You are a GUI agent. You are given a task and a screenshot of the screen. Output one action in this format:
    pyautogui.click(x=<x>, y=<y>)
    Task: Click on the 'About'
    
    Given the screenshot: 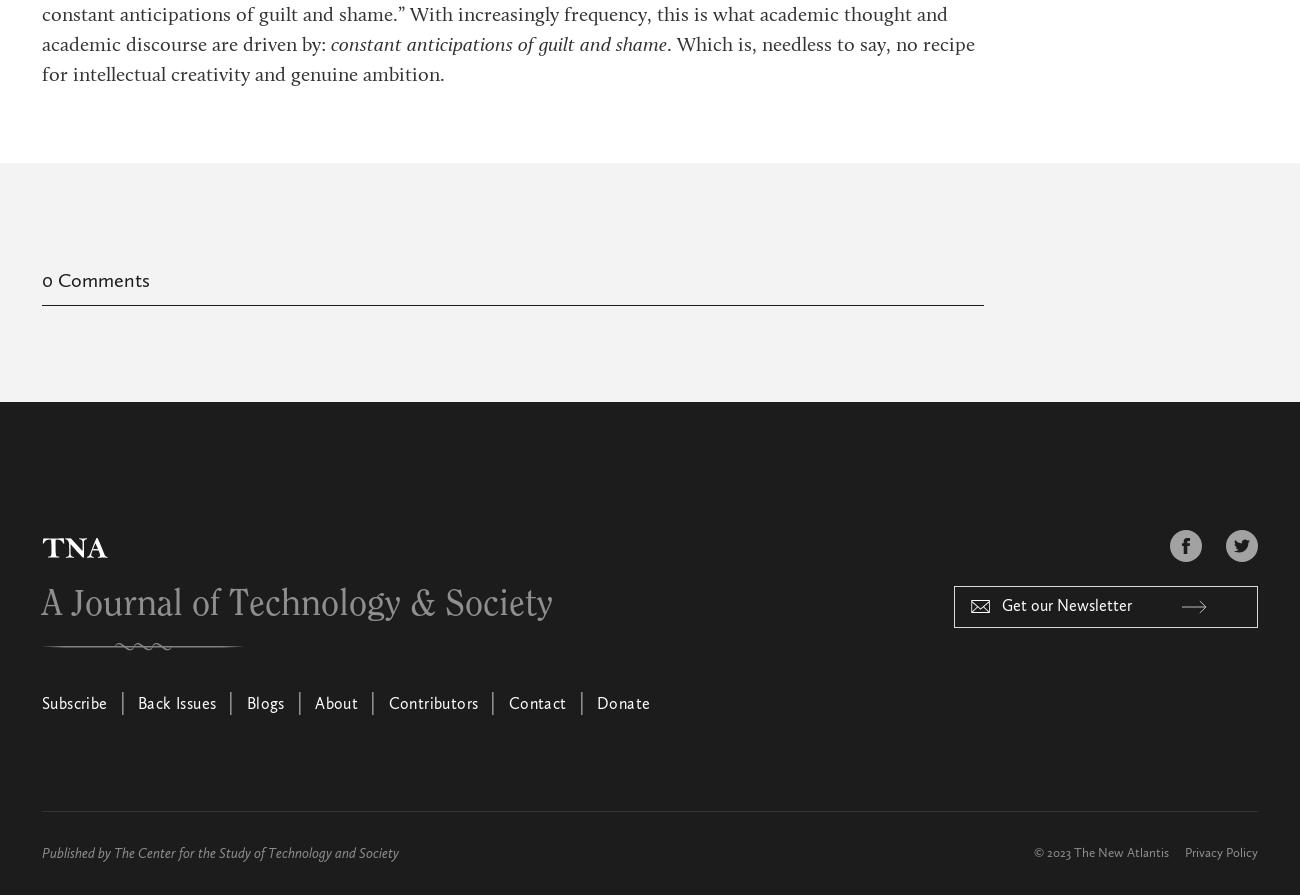 What is the action you would take?
    pyautogui.click(x=335, y=703)
    